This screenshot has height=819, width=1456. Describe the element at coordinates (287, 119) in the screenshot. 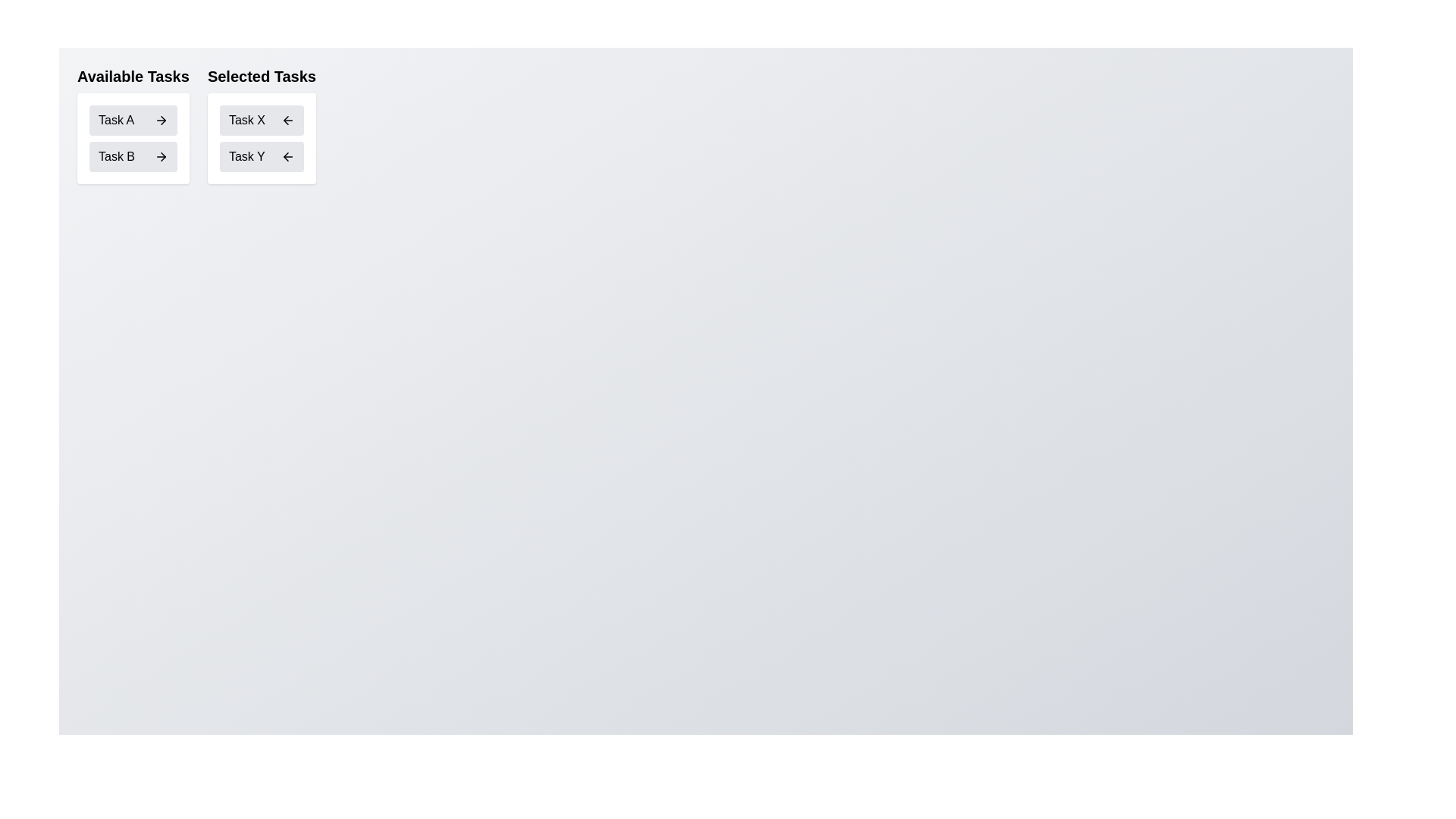

I see `left arrow button next to Task X in the 'Selected Tasks' list to transfer it to 'Available Tasks'` at that location.